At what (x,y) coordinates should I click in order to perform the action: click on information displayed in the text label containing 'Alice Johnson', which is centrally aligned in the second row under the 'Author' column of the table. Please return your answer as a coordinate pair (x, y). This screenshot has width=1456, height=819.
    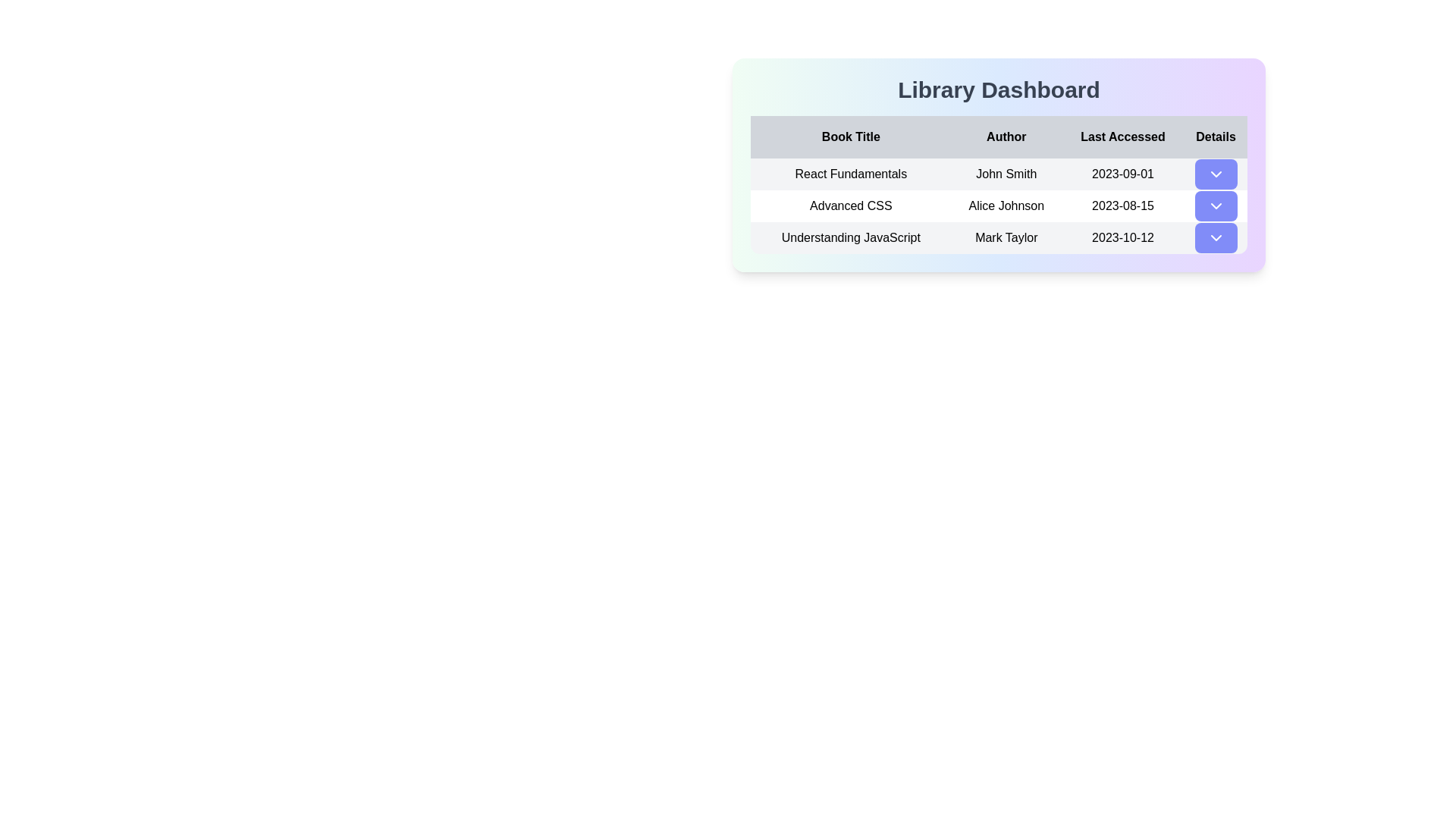
    Looking at the image, I should click on (1006, 206).